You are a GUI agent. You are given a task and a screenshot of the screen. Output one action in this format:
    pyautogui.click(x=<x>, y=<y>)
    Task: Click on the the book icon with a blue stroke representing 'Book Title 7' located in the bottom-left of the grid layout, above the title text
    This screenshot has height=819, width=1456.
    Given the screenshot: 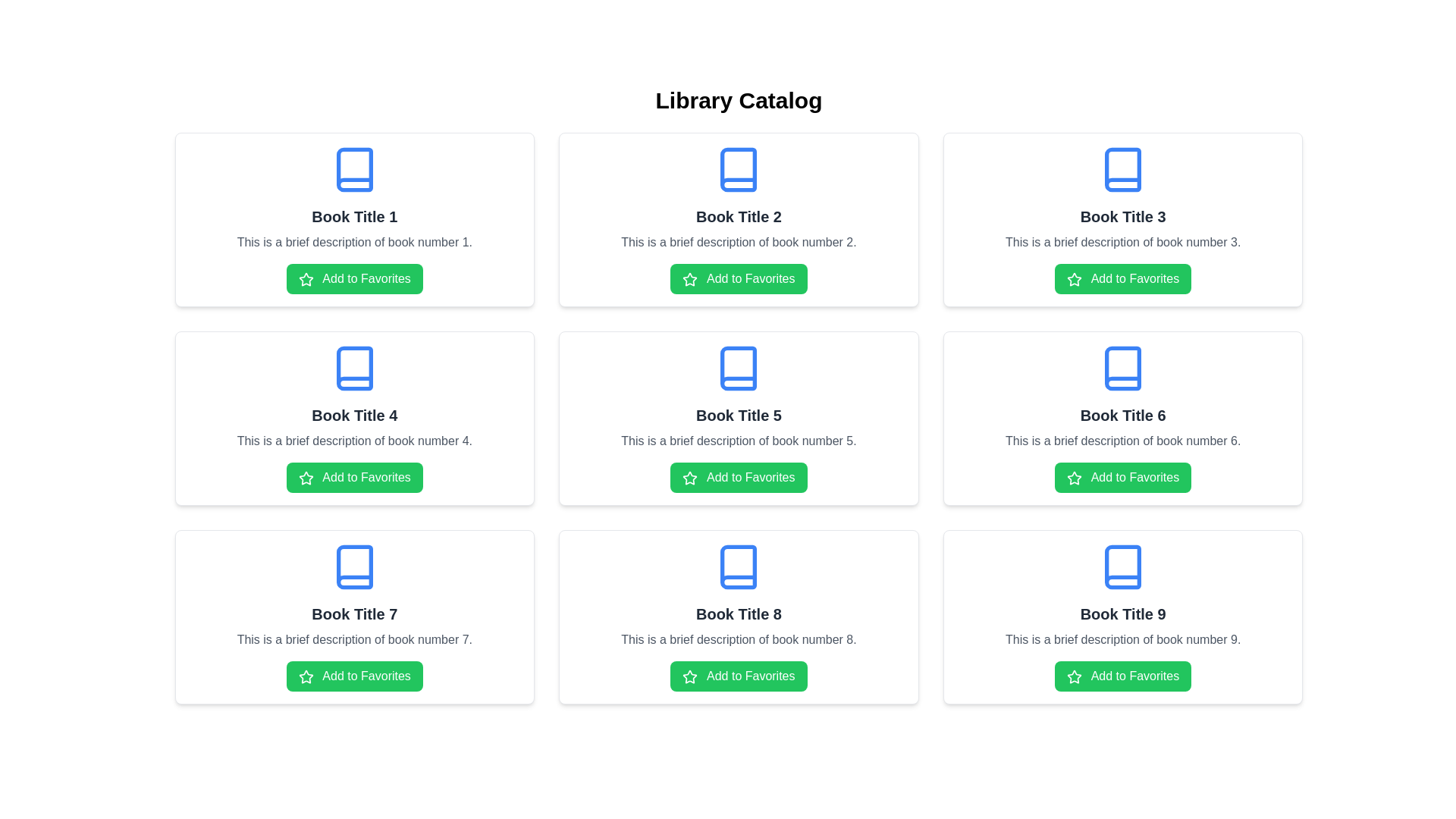 What is the action you would take?
    pyautogui.click(x=353, y=567)
    